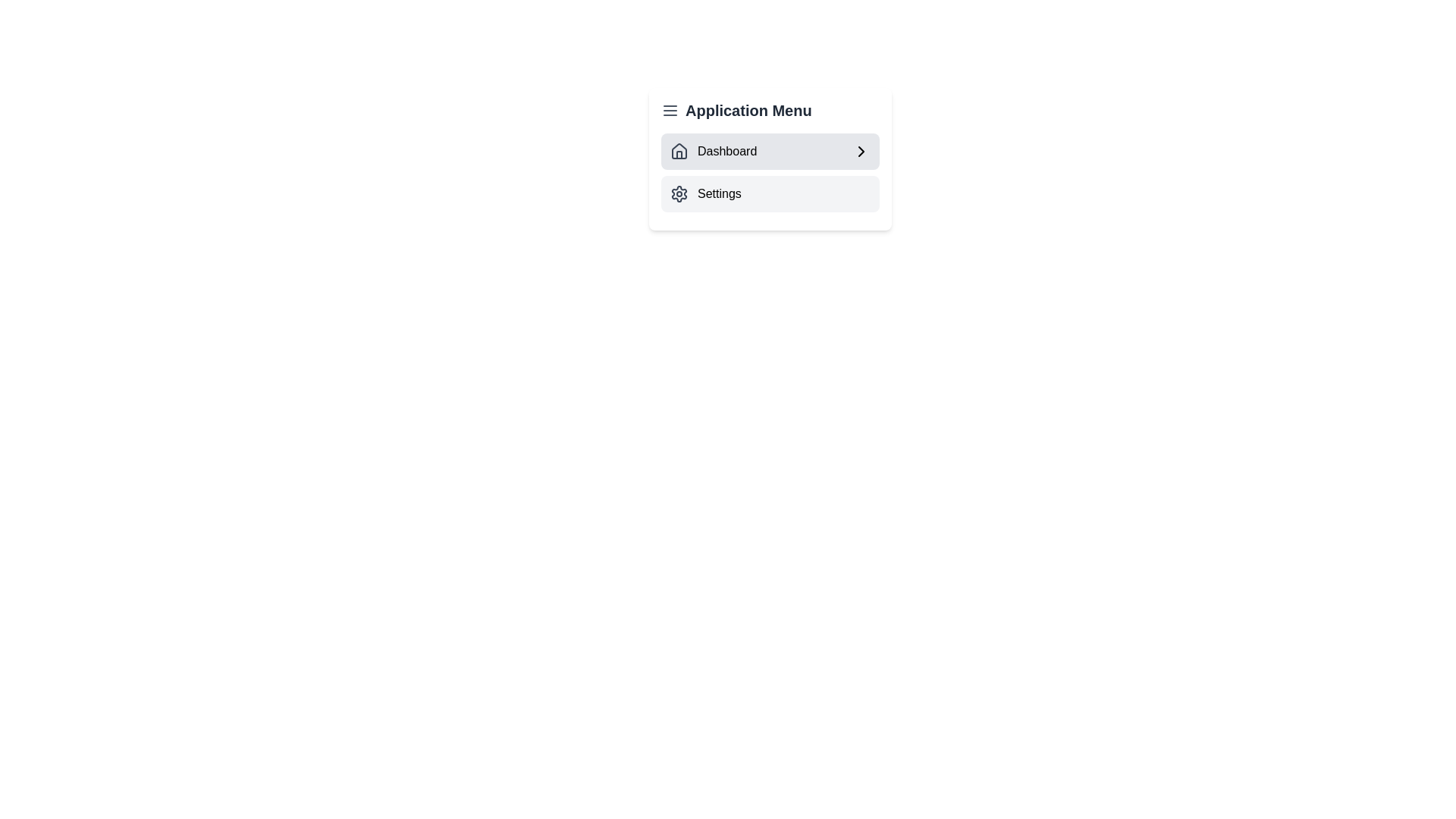 This screenshot has width=1456, height=819. I want to click on the first menu item in the vertical list of the 'Application Menu', so click(770, 158).